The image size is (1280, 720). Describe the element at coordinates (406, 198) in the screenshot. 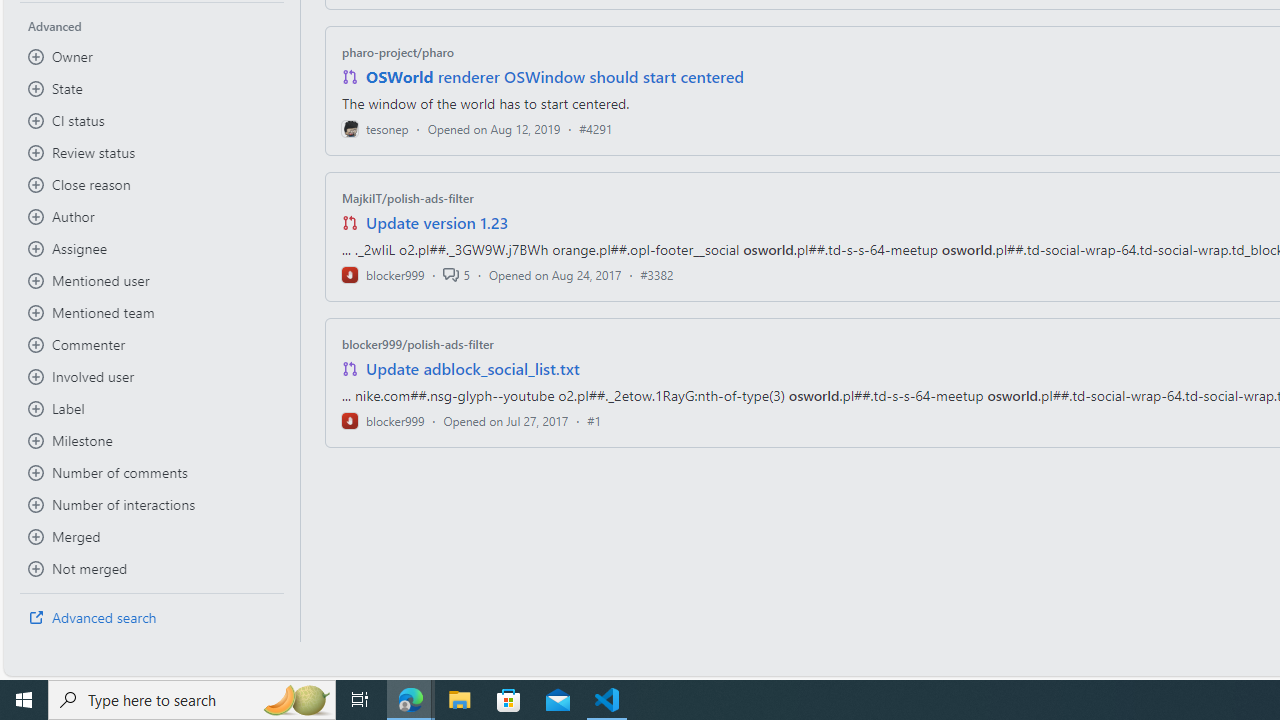

I see `'MajkiIT/polish-ads-filter'` at that location.